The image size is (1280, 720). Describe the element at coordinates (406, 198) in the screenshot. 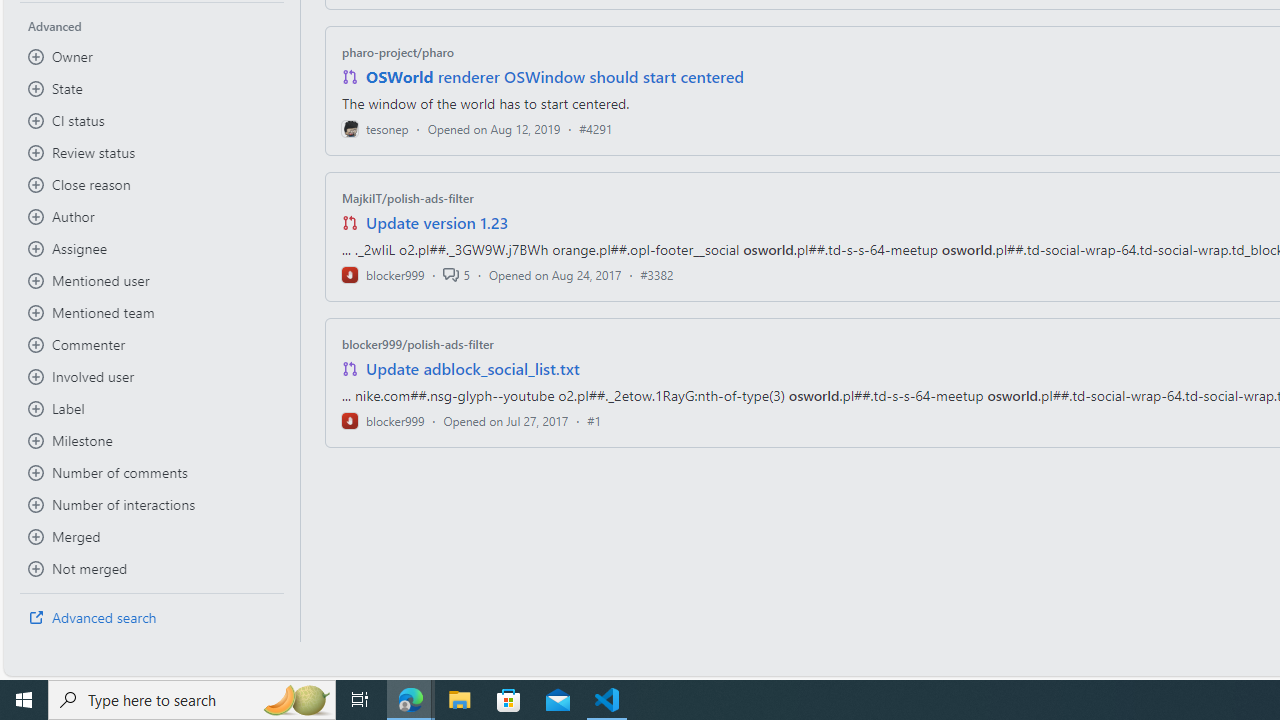

I see `'MajkiIT/polish-ads-filter'` at that location.